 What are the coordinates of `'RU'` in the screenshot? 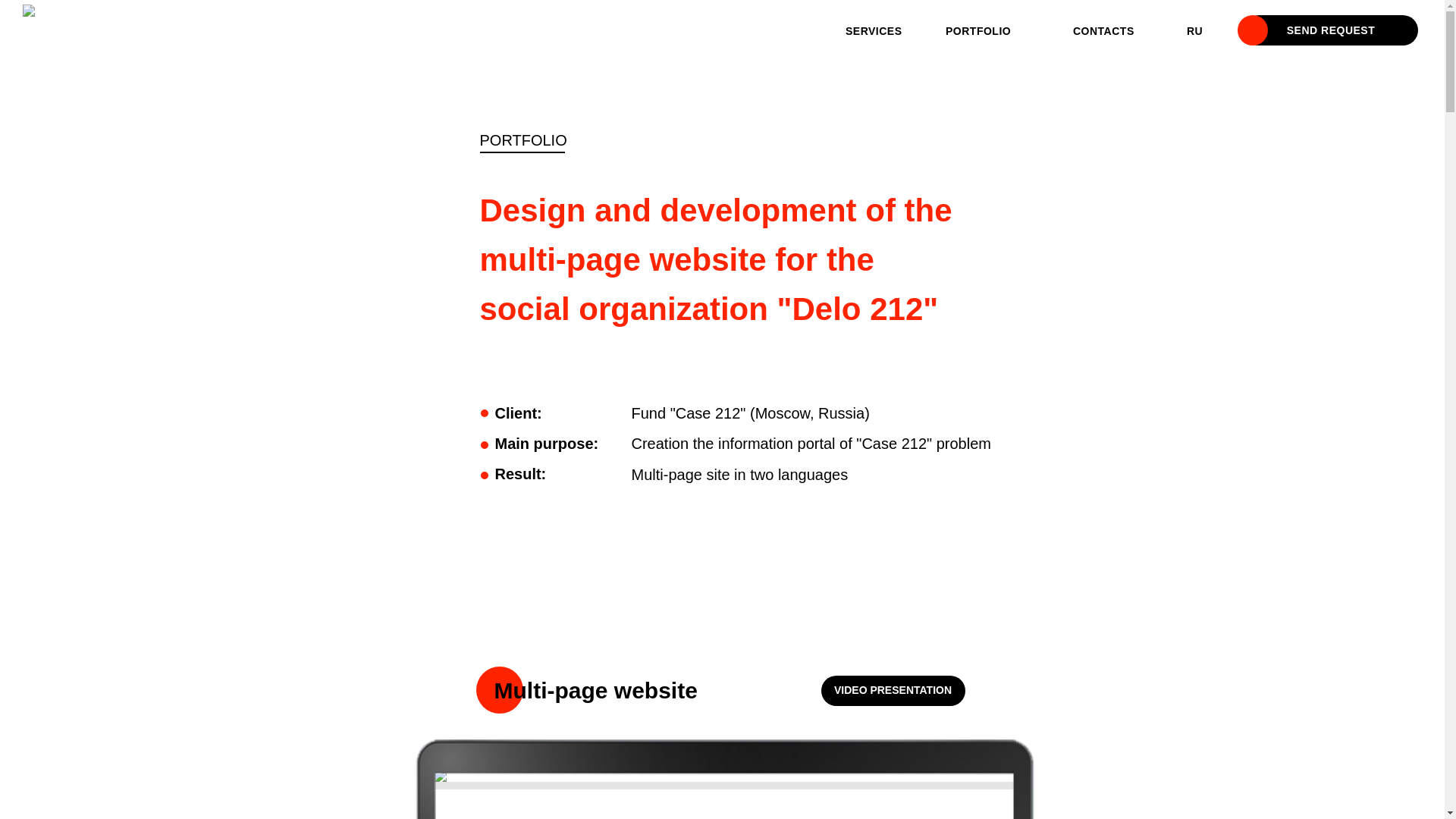 It's located at (1194, 31).